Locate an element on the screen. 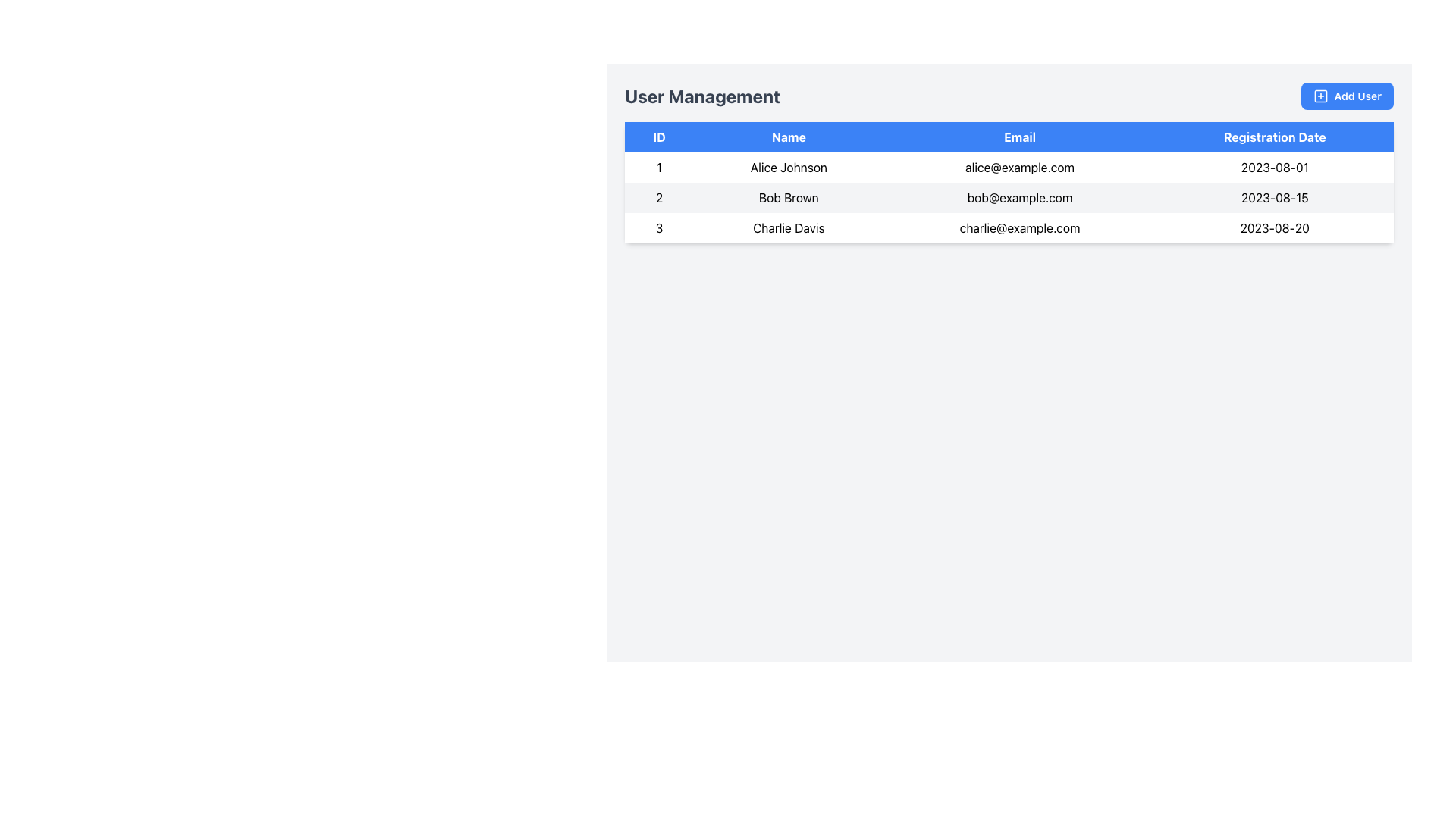  the third row of the user information table that displays ID '3', Name 'Charlie Davis', Email 'charlie@example.com', and Registration Date '2023-08-20' is located at coordinates (1009, 227).